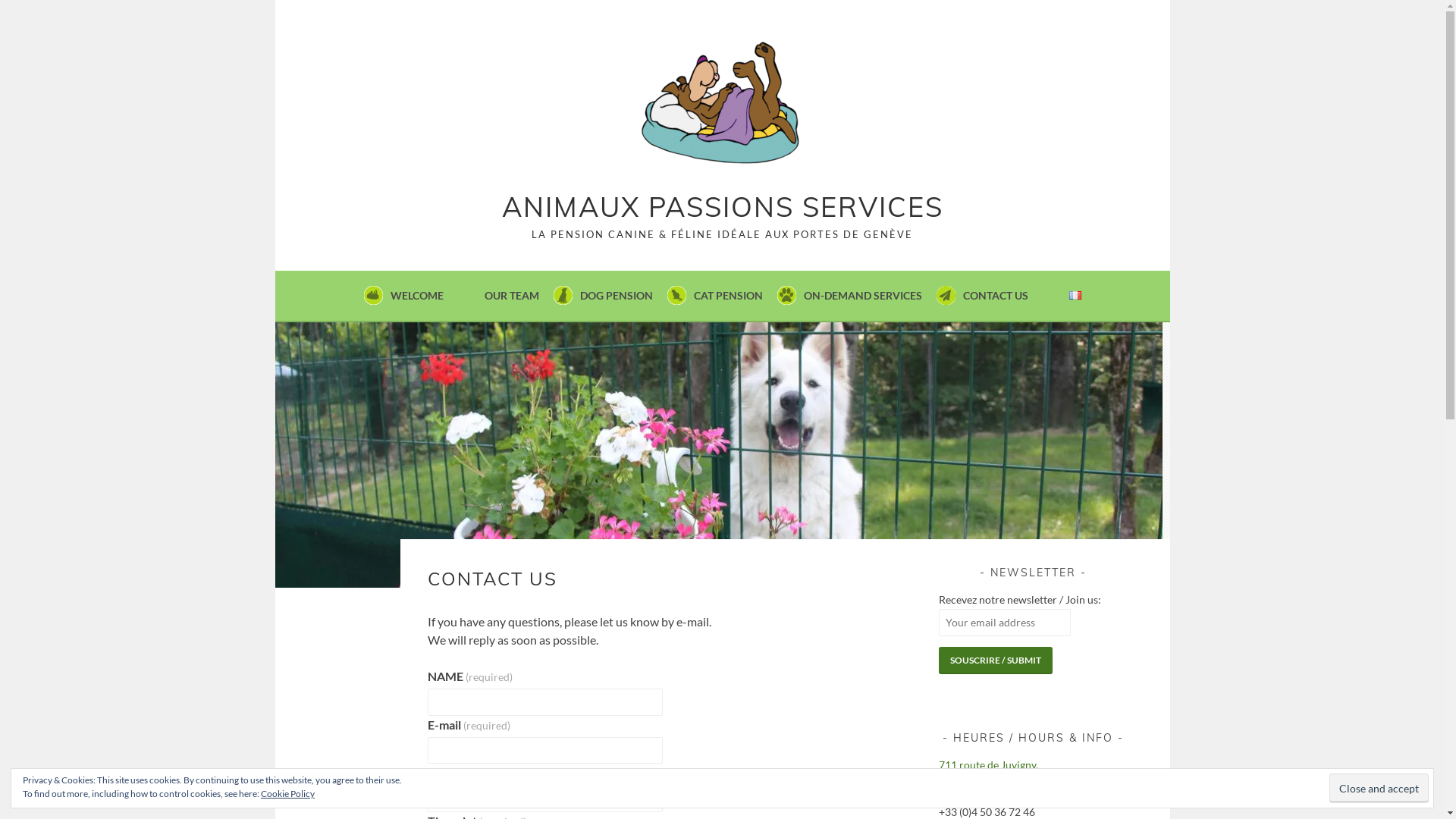  Describe the element at coordinates (483, 295) in the screenshot. I see `'OUR TEAM'` at that location.